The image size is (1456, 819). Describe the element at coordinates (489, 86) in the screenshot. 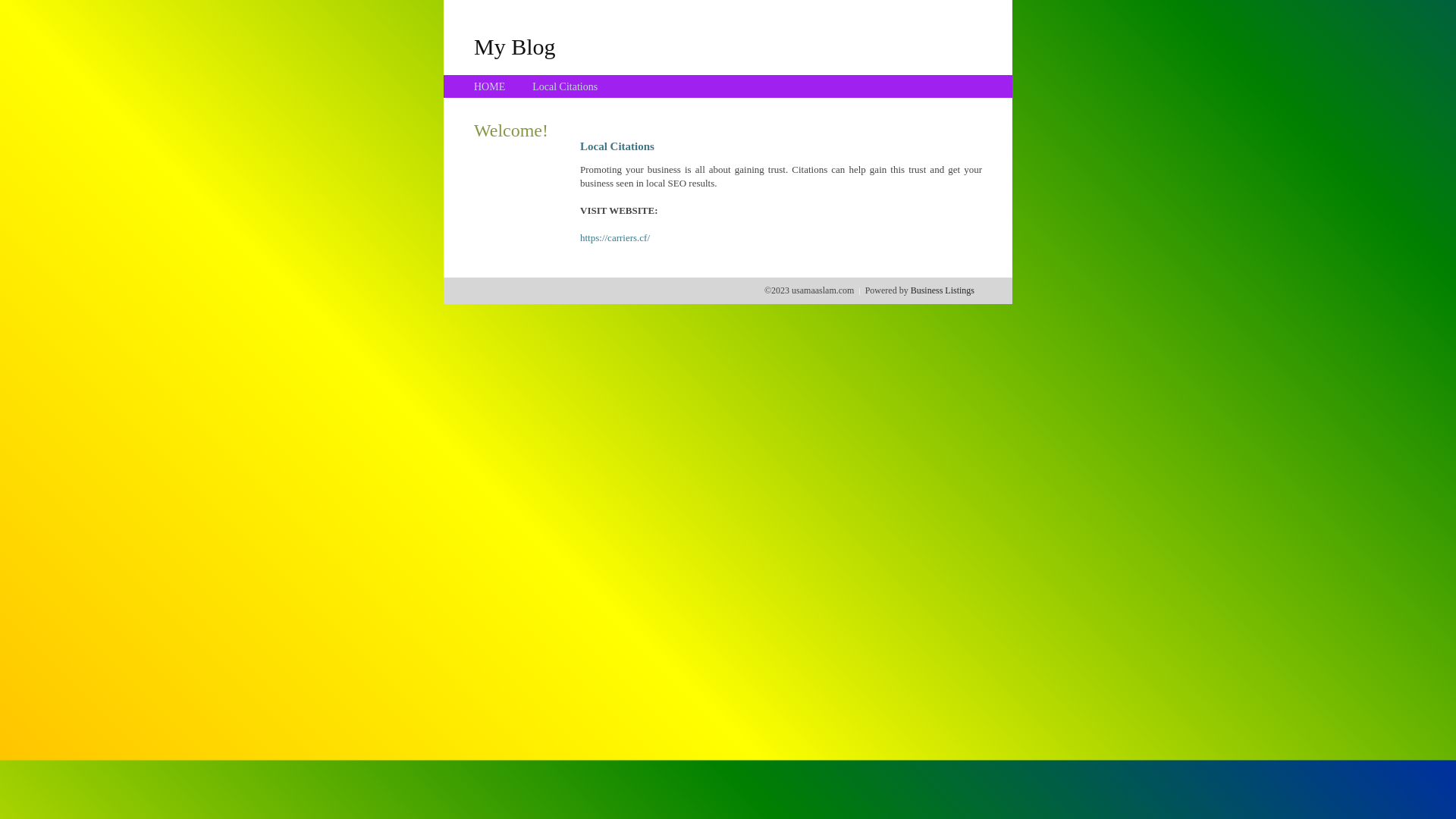

I see `'HOME'` at that location.